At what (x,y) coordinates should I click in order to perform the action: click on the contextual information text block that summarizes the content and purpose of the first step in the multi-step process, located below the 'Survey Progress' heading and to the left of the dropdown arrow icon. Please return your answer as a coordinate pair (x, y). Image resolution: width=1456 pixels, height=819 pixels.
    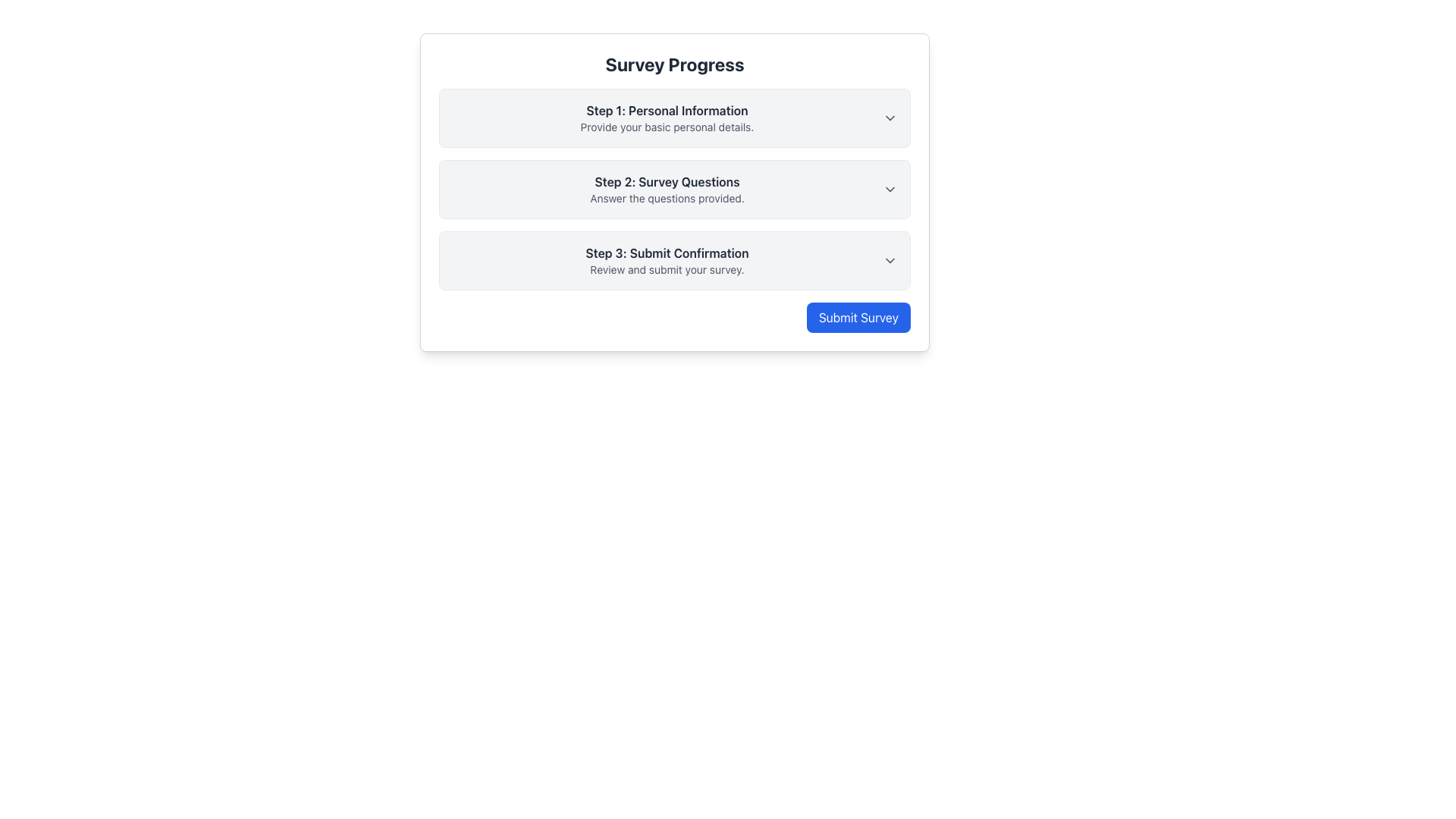
    Looking at the image, I should click on (667, 117).